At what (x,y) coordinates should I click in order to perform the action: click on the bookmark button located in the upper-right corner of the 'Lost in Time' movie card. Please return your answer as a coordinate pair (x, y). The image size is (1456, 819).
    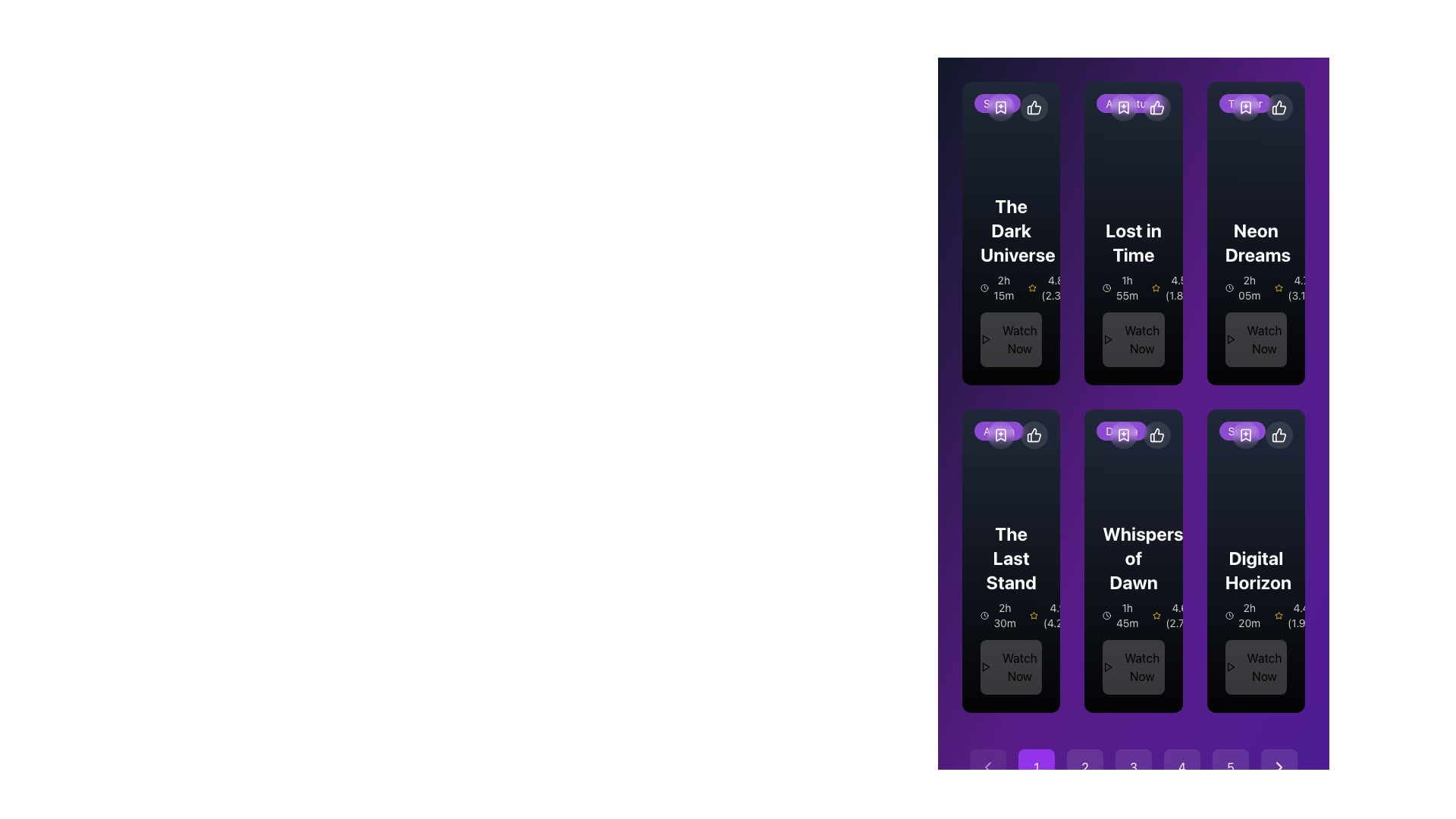
    Looking at the image, I should click on (1140, 107).